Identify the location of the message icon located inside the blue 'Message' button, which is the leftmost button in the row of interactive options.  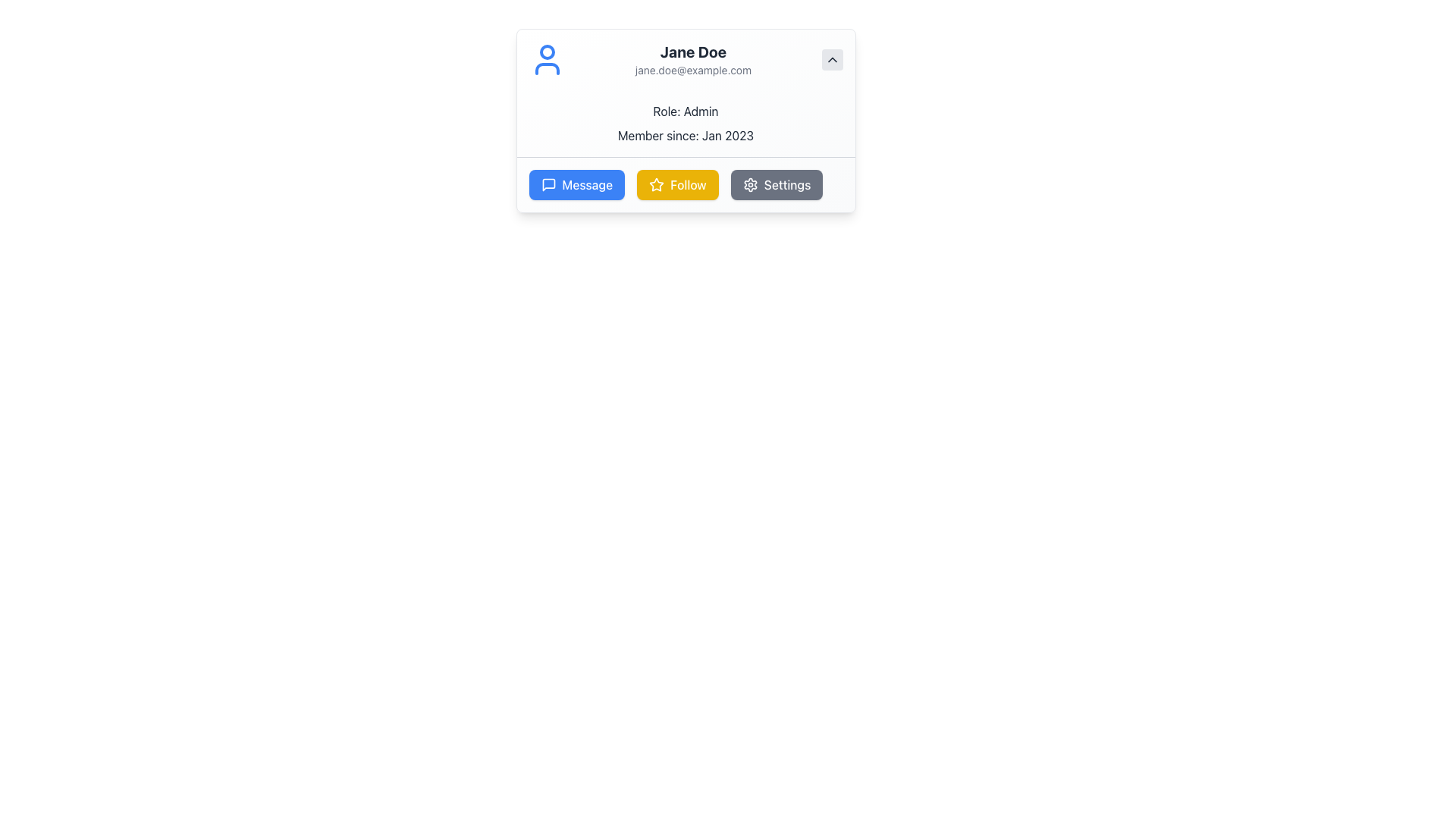
(548, 184).